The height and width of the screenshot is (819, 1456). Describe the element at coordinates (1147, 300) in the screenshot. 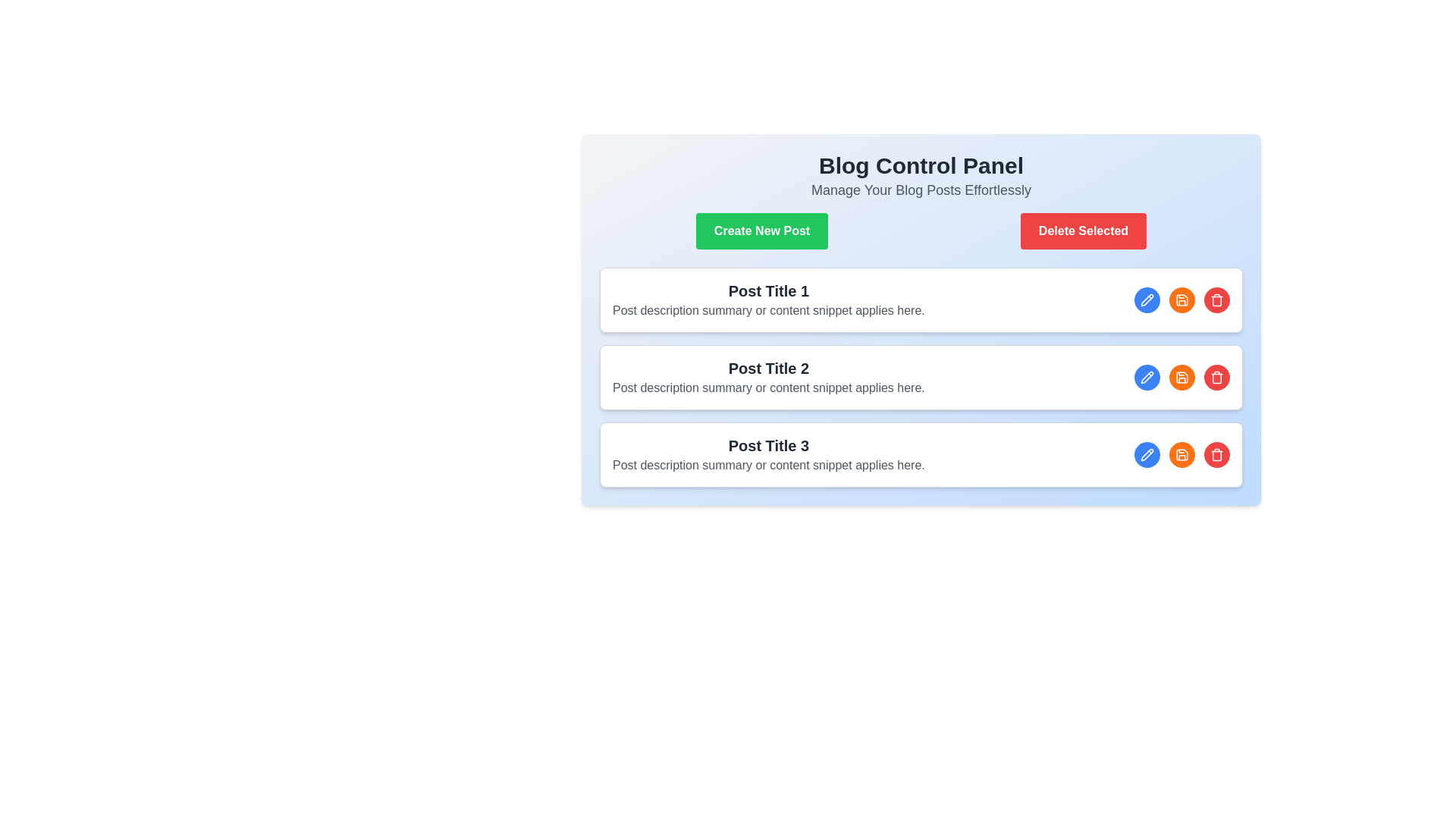

I see `the edit button with an SVG icon located in the second list item of the vertical blog post list` at that location.